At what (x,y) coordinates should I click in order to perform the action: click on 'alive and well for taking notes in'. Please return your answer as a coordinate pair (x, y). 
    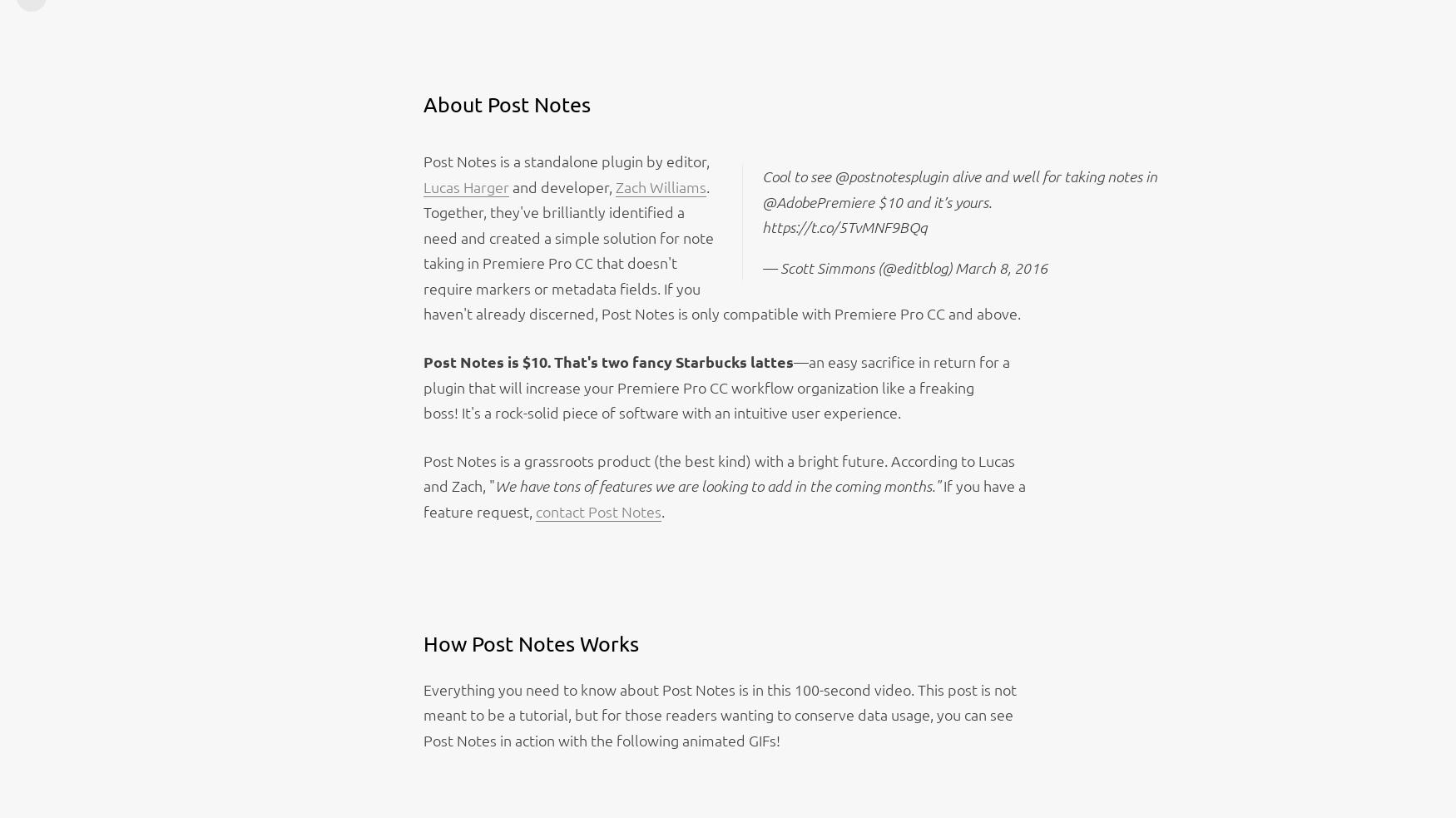
    Looking at the image, I should click on (1052, 175).